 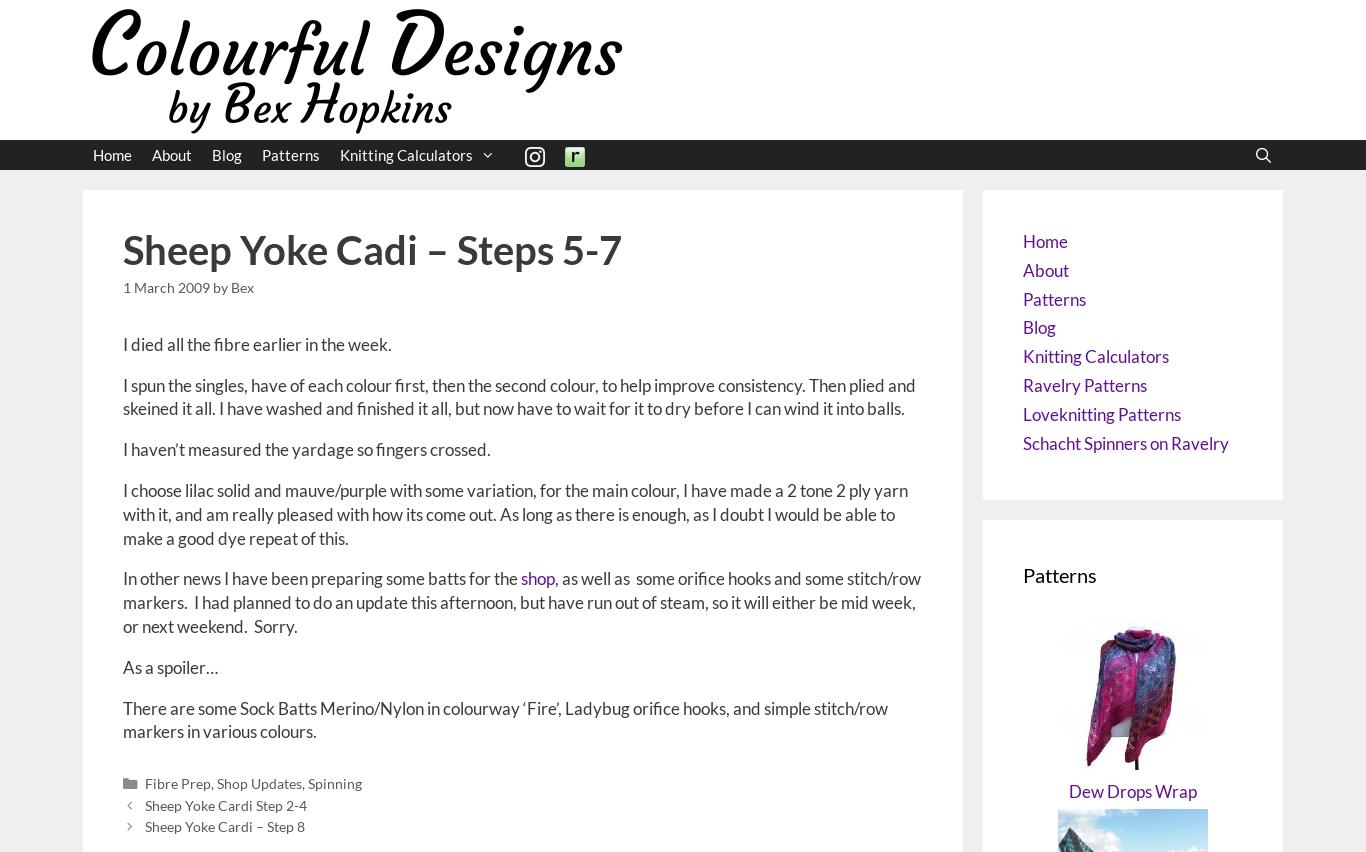 What do you see at coordinates (121, 513) in the screenshot?
I see `'I choose lilac solid and mauve/purple with some variation, for the main colour, I have made a 2 tone 2 ply yarn with it, and am really pleased with how its come out. As long as there is enough, as I doubt I would be able to make a good dye repeat of this.'` at bounding box center [121, 513].